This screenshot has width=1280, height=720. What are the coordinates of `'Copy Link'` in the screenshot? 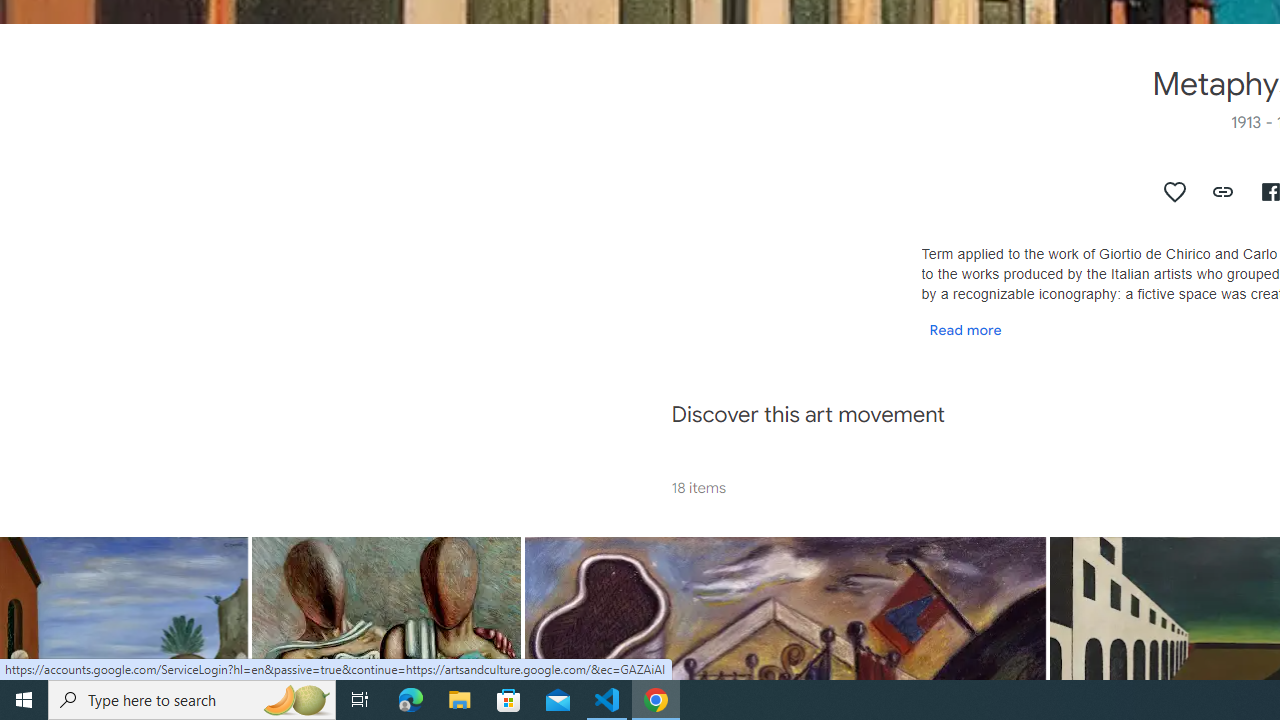 It's located at (1222, 191).